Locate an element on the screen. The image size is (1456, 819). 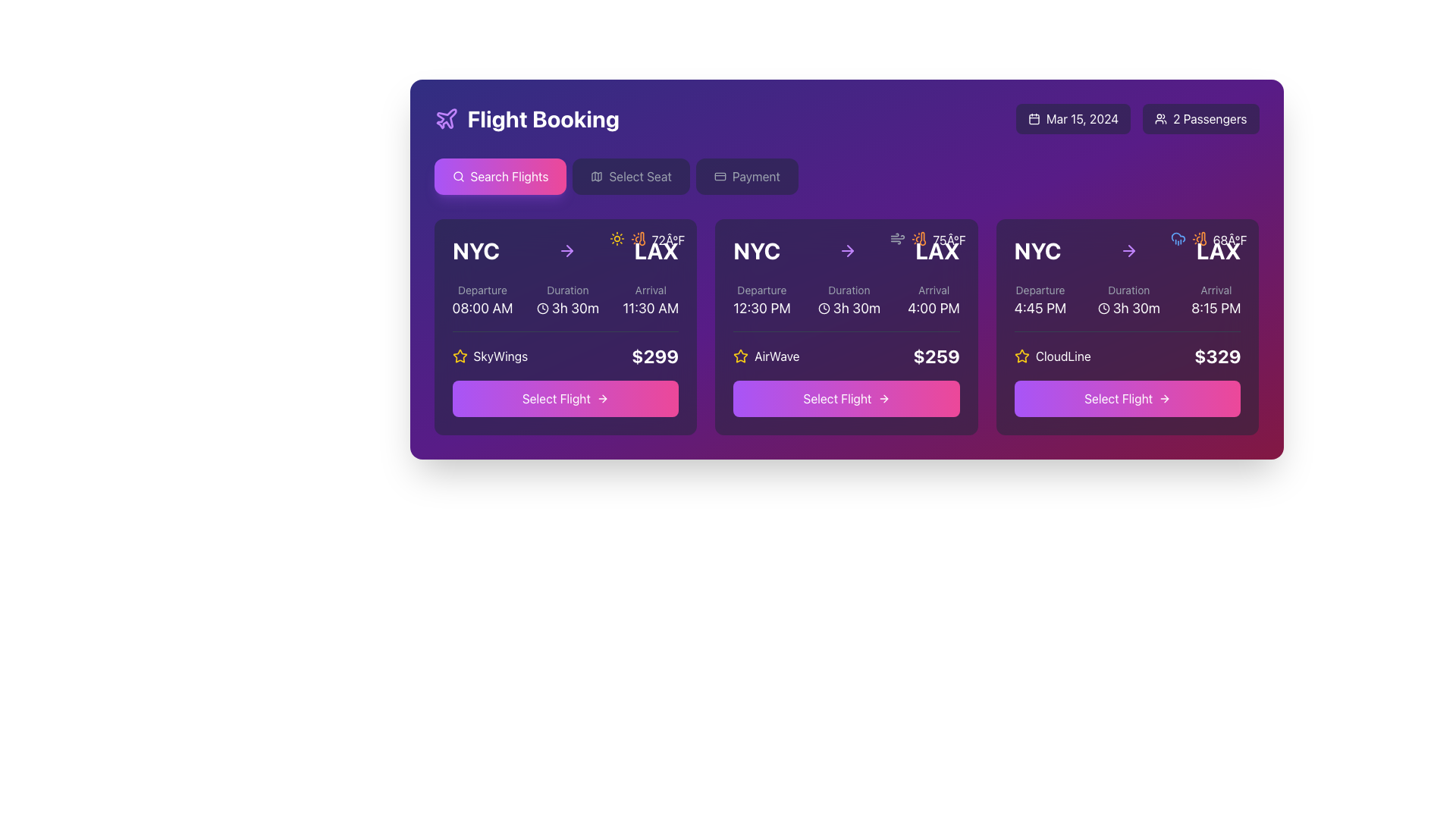
the clock icon, which is visually represented by a circular outline and internal lines indicating clock hands, located to the left of the duration label '3h 30m' is located at coordinates (1103, 308).